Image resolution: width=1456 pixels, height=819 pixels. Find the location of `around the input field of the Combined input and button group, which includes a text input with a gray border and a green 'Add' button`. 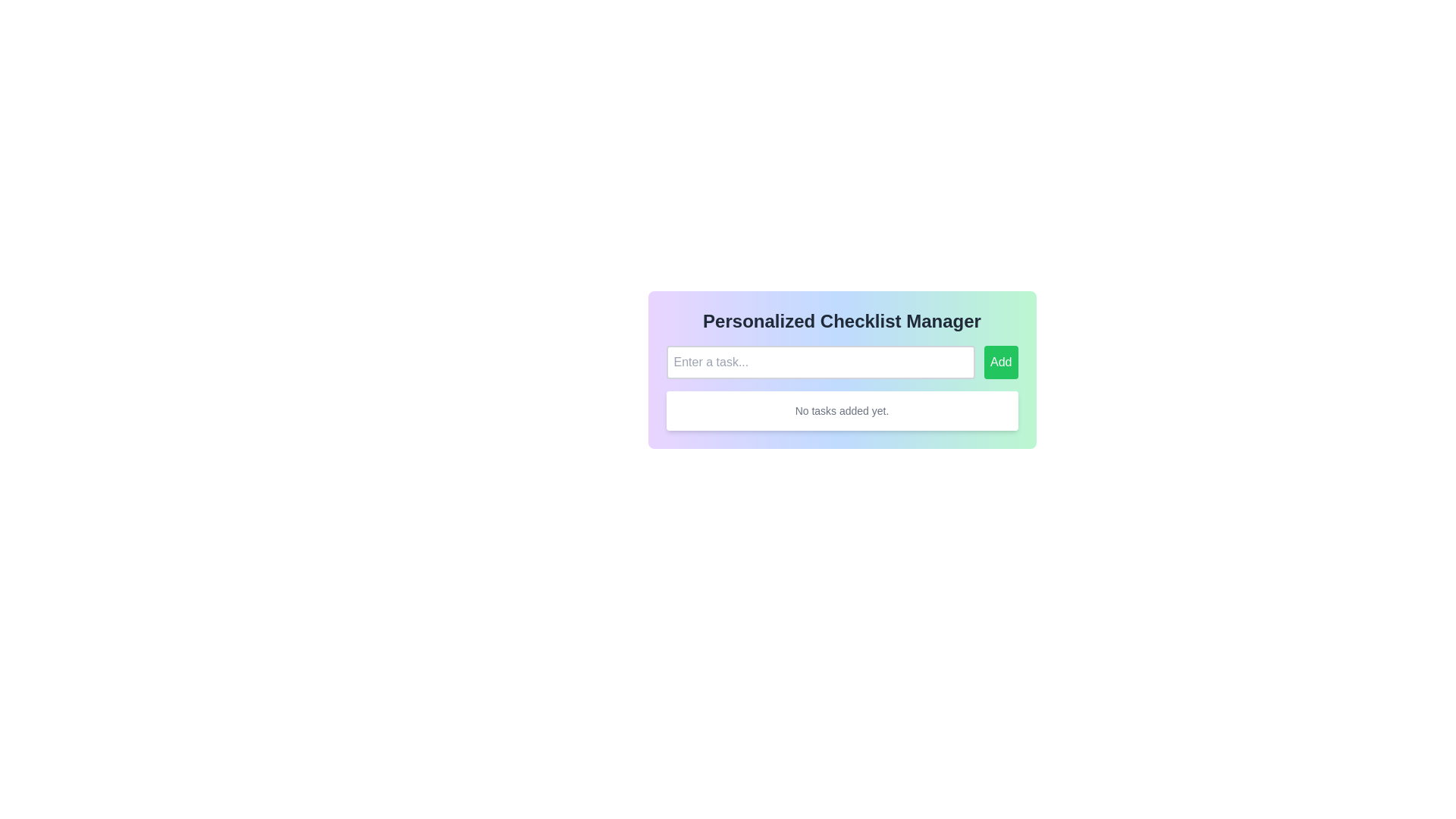

around the input field of the Combined input and button group, which includes a text input with a gray border and a green 'Add' button is located at coordinates (841, 362).